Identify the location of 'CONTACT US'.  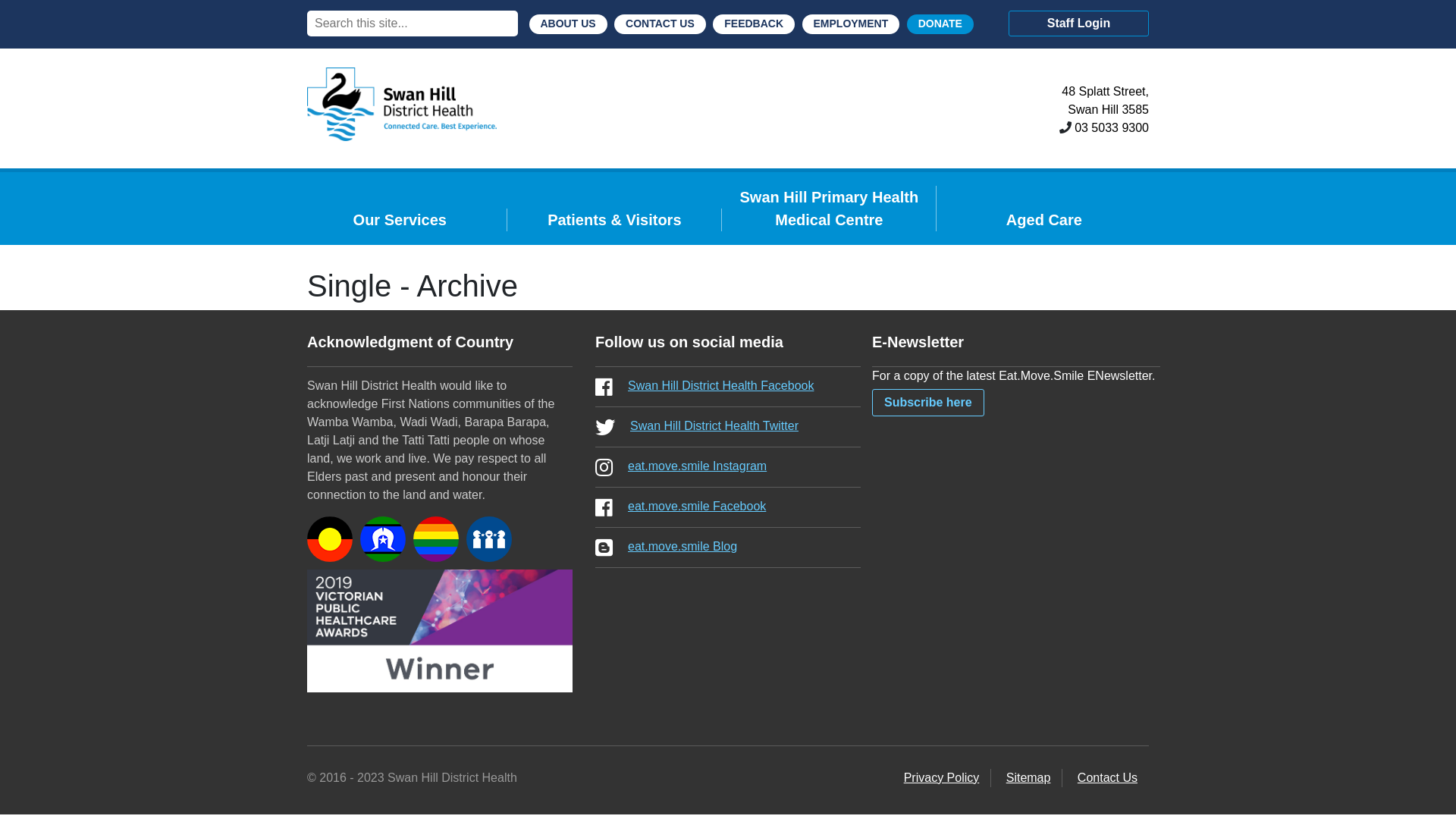
(614, 24).